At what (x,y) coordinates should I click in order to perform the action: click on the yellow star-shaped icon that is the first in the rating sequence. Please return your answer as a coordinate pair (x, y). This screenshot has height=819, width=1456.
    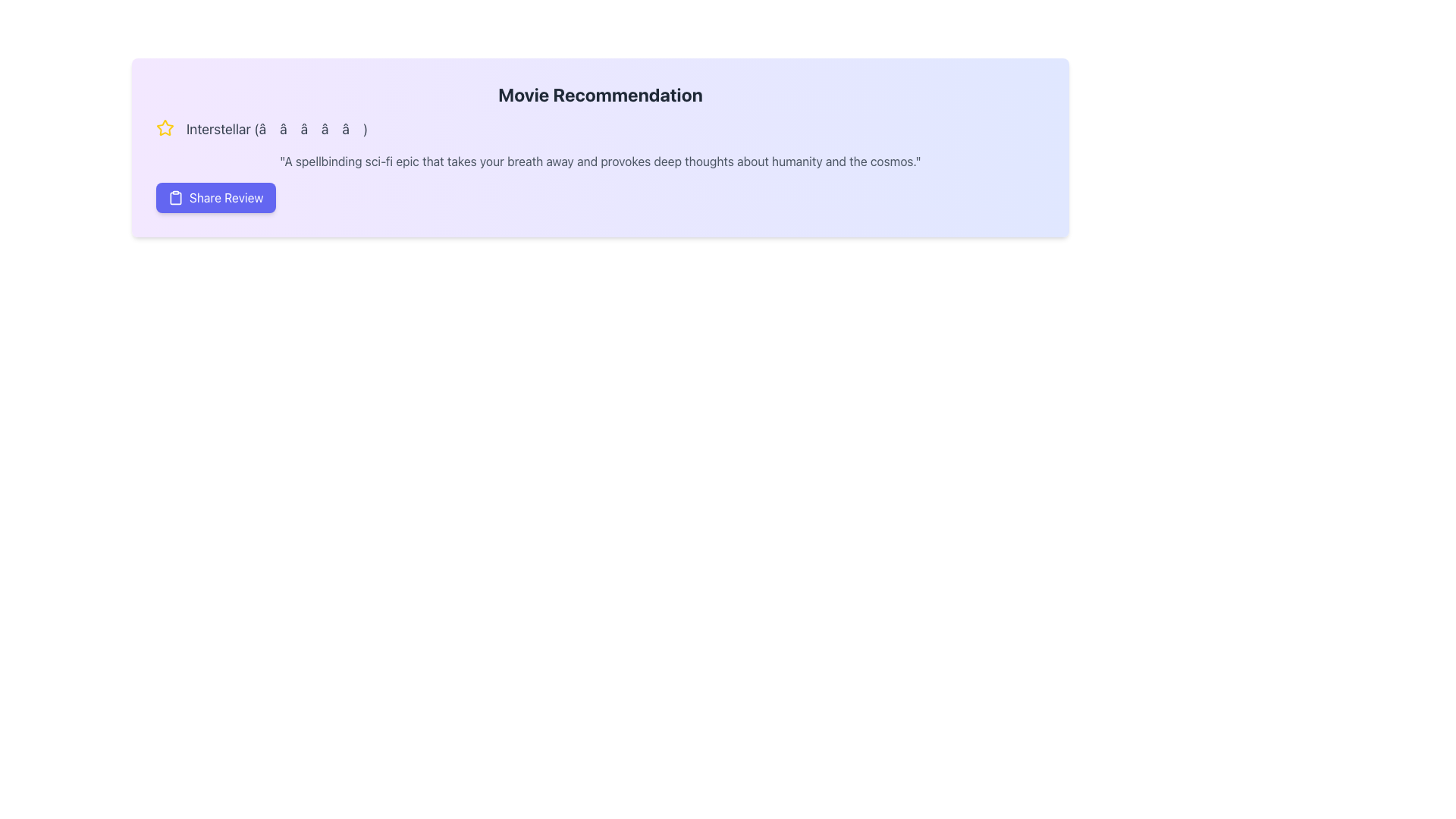
    Looking at the image, I should click on (164, 127).